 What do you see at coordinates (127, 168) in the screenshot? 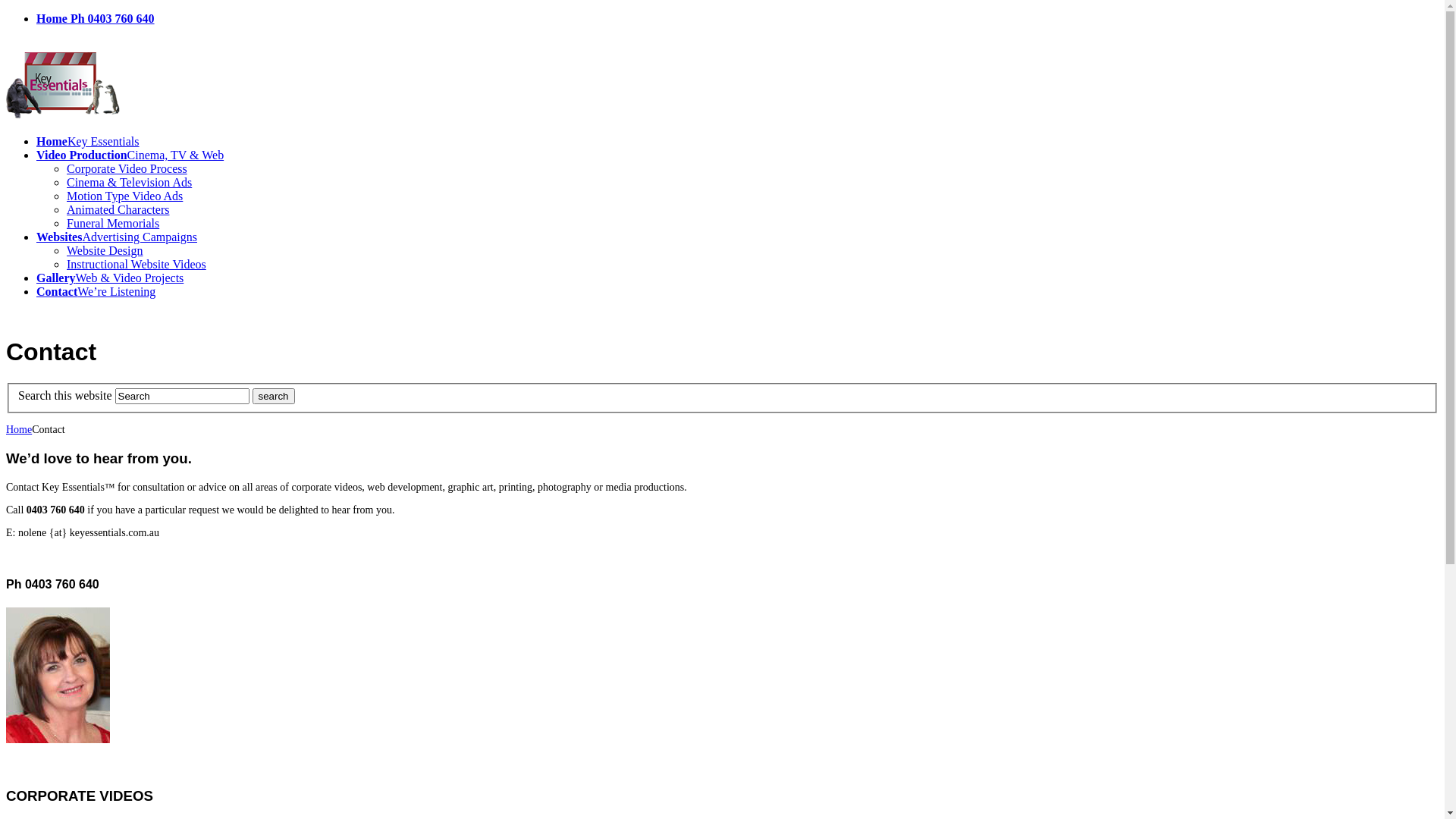
I see `'Corporate Video Process'` at bounding box center [127, 168].